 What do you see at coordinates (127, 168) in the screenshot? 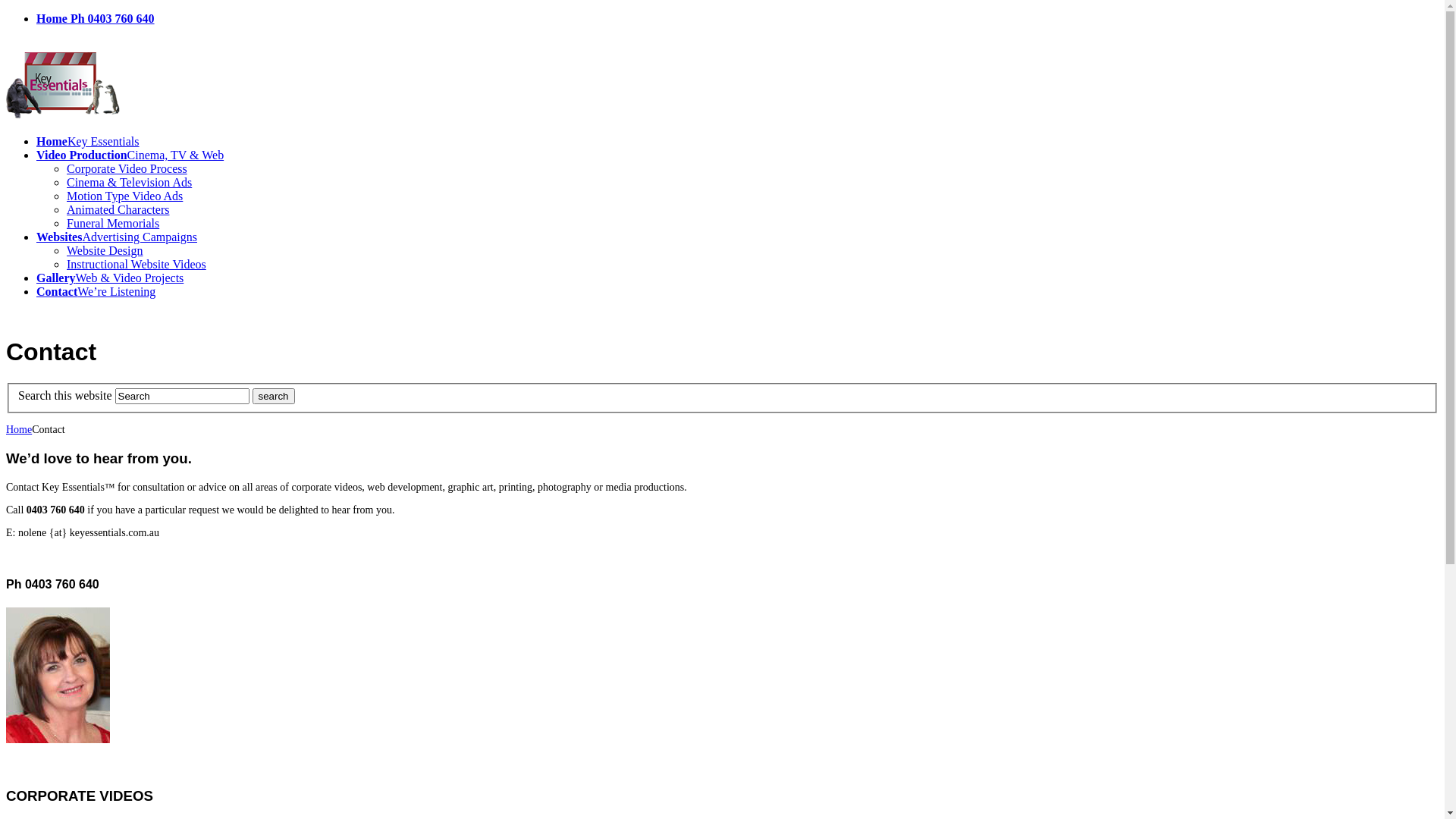
I see `'Corporate Video Process'` at bounding box center [127, 168].